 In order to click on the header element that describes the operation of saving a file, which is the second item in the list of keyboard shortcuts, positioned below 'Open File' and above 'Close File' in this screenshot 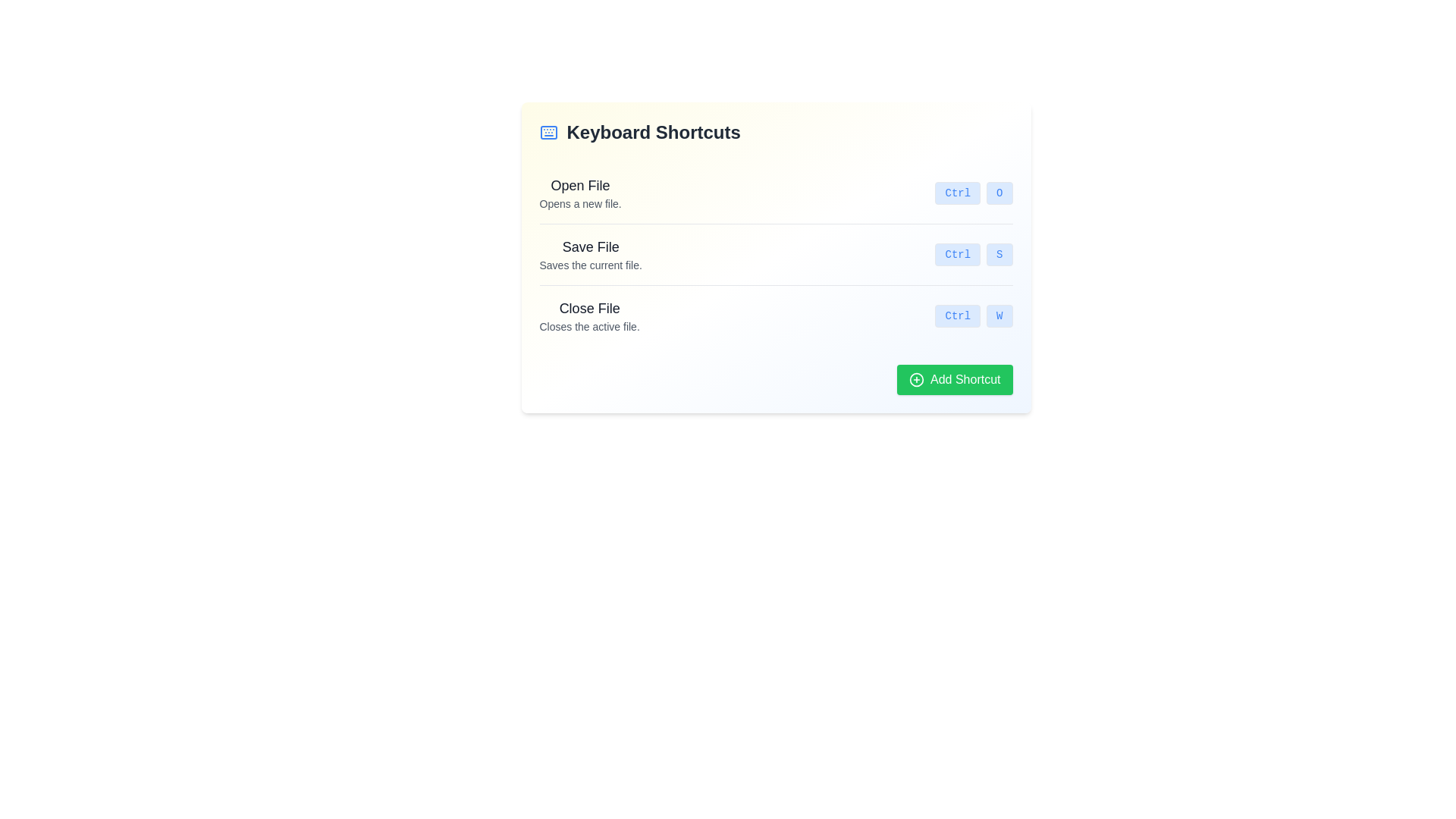, I will do `click(590, 253)`.